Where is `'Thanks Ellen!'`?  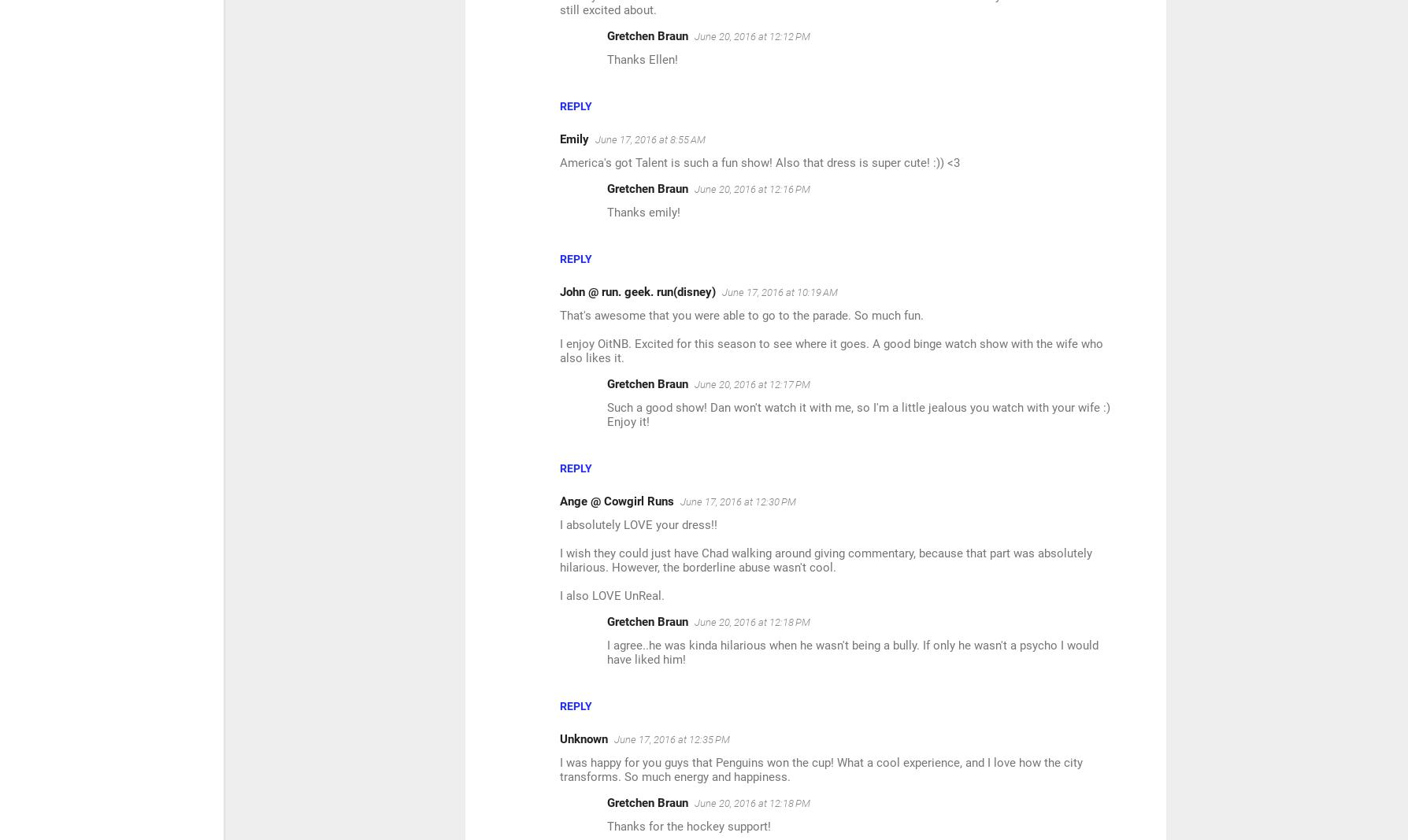
'Thanks Ellen!' is located at coordinates (642, 58).